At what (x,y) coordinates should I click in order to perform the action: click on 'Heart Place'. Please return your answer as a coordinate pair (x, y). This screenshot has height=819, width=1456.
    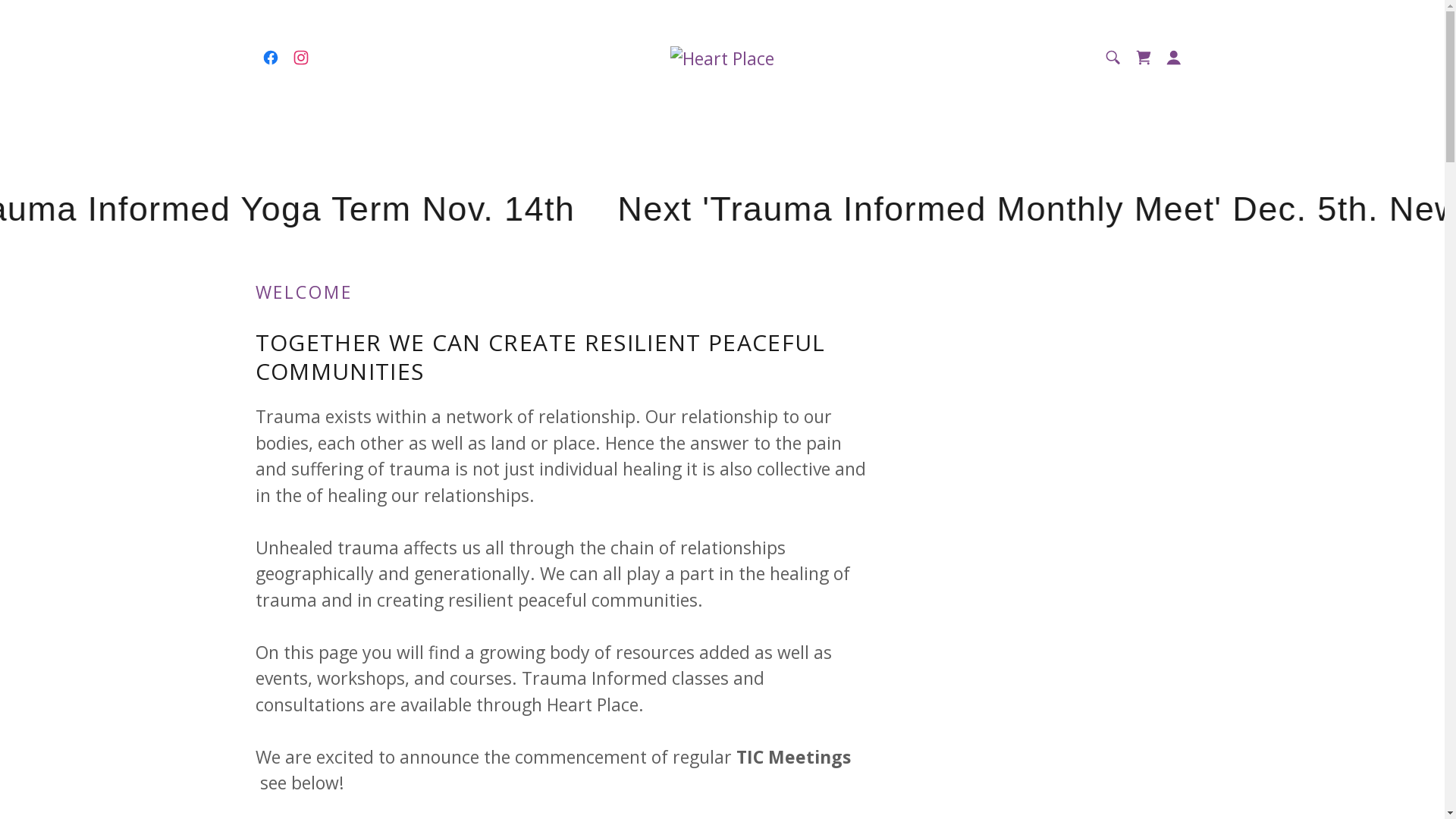
    Looking at the image, I should click on (721, 55).